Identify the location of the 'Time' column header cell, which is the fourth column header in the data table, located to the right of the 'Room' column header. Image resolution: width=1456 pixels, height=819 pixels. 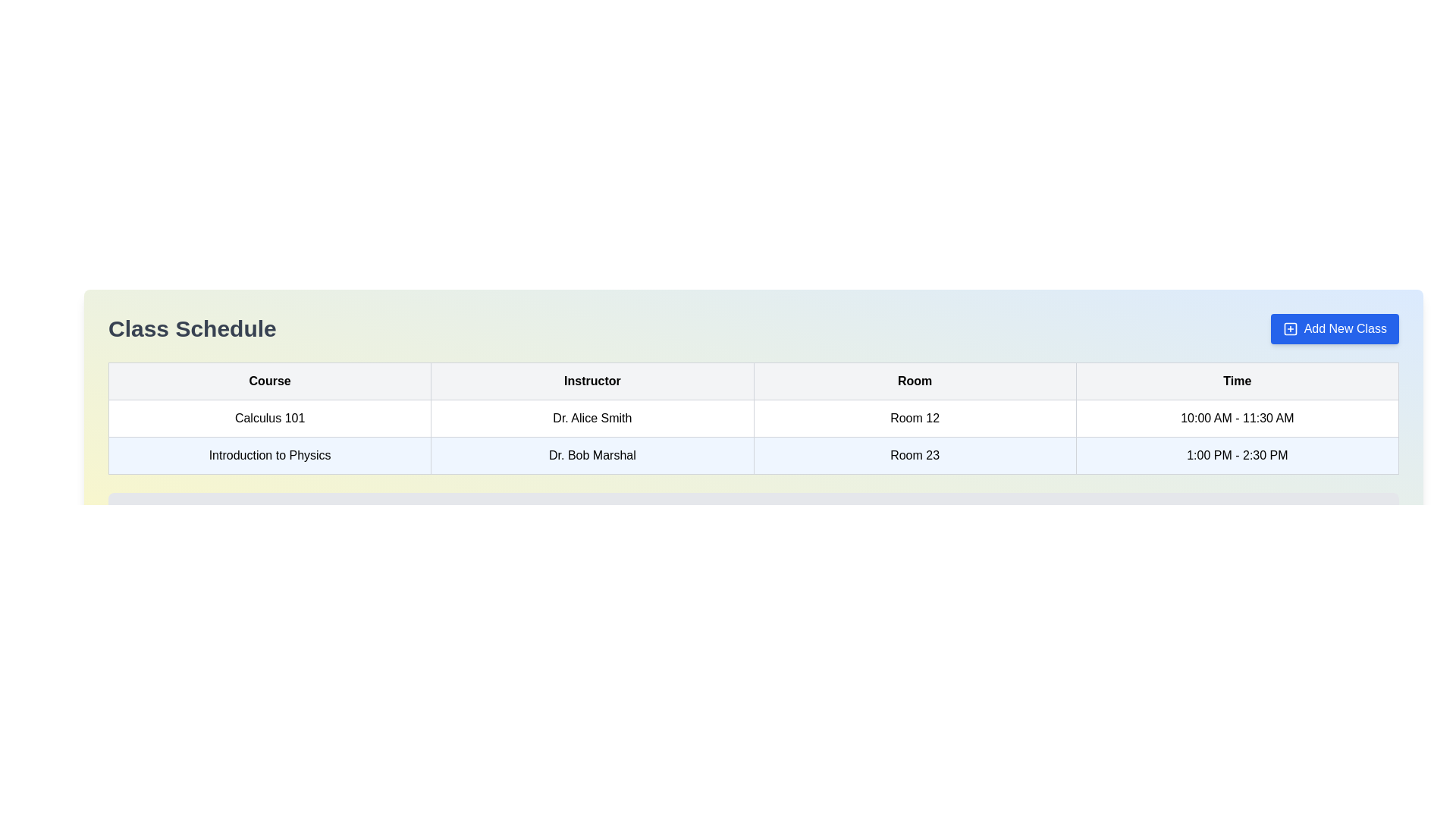
(1237, 380).